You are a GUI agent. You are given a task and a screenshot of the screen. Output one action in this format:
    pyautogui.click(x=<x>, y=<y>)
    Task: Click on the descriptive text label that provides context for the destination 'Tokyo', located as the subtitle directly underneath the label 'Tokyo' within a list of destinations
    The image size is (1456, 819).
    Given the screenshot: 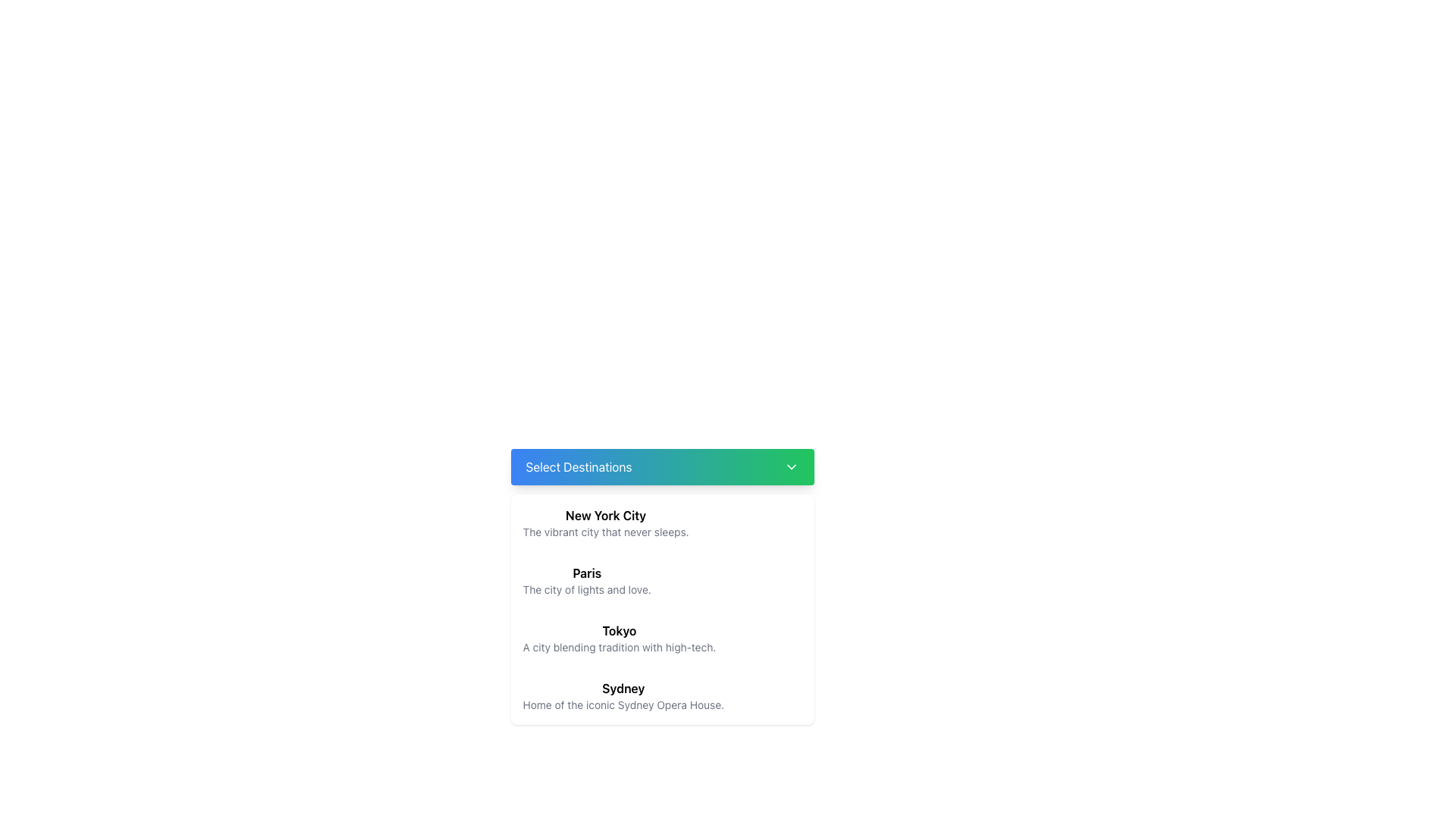 What is the action you would take?
    pyautogui.click(x=619, y=647)
    